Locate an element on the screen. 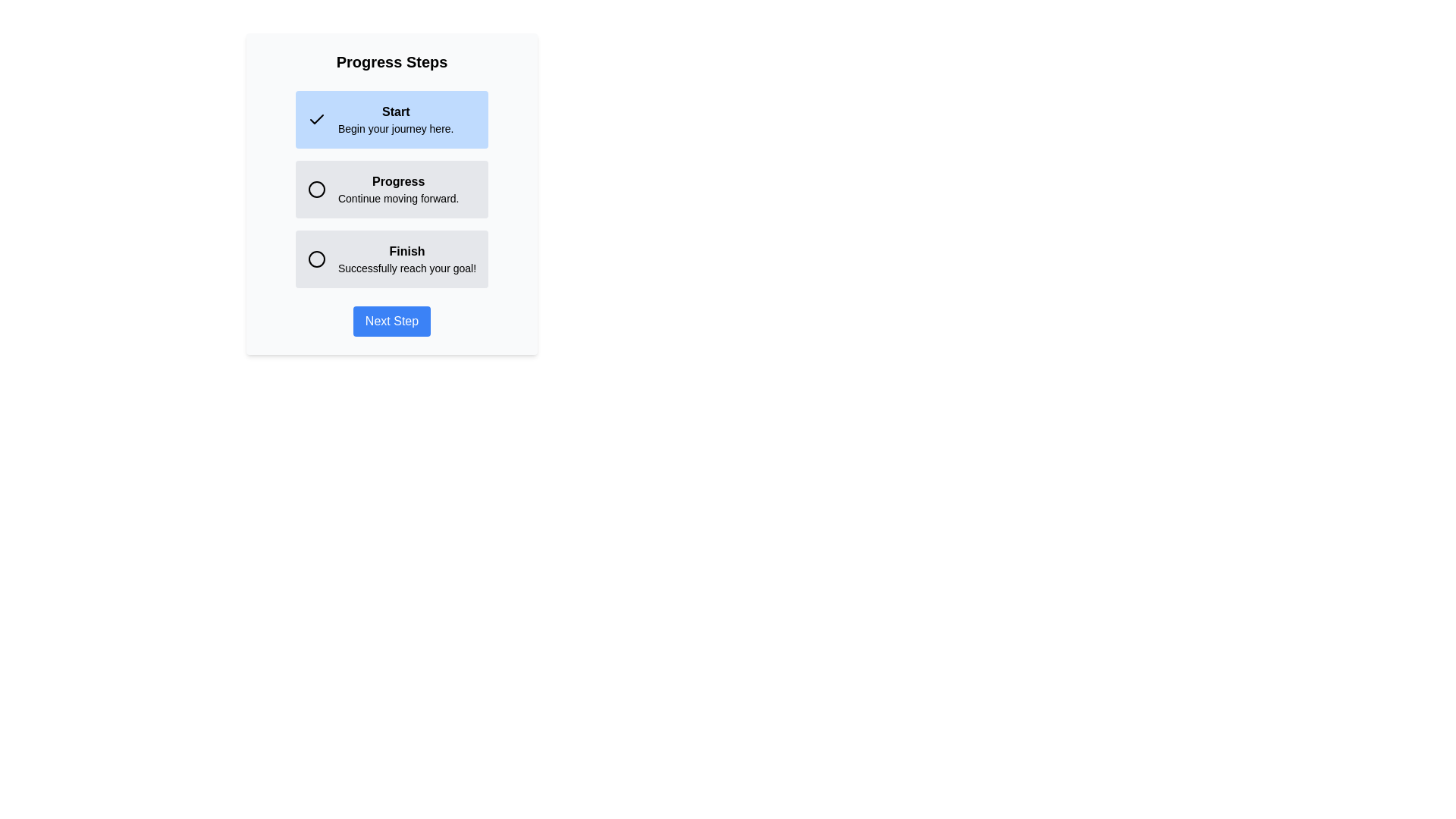 The width and height of the screenshot is (1456, 819). the Text Label that indicates the first step in the 'Progress Steps' sequence, positioned above the subtitle 'Begin your journey here.' is located at coordinates (396, 111).